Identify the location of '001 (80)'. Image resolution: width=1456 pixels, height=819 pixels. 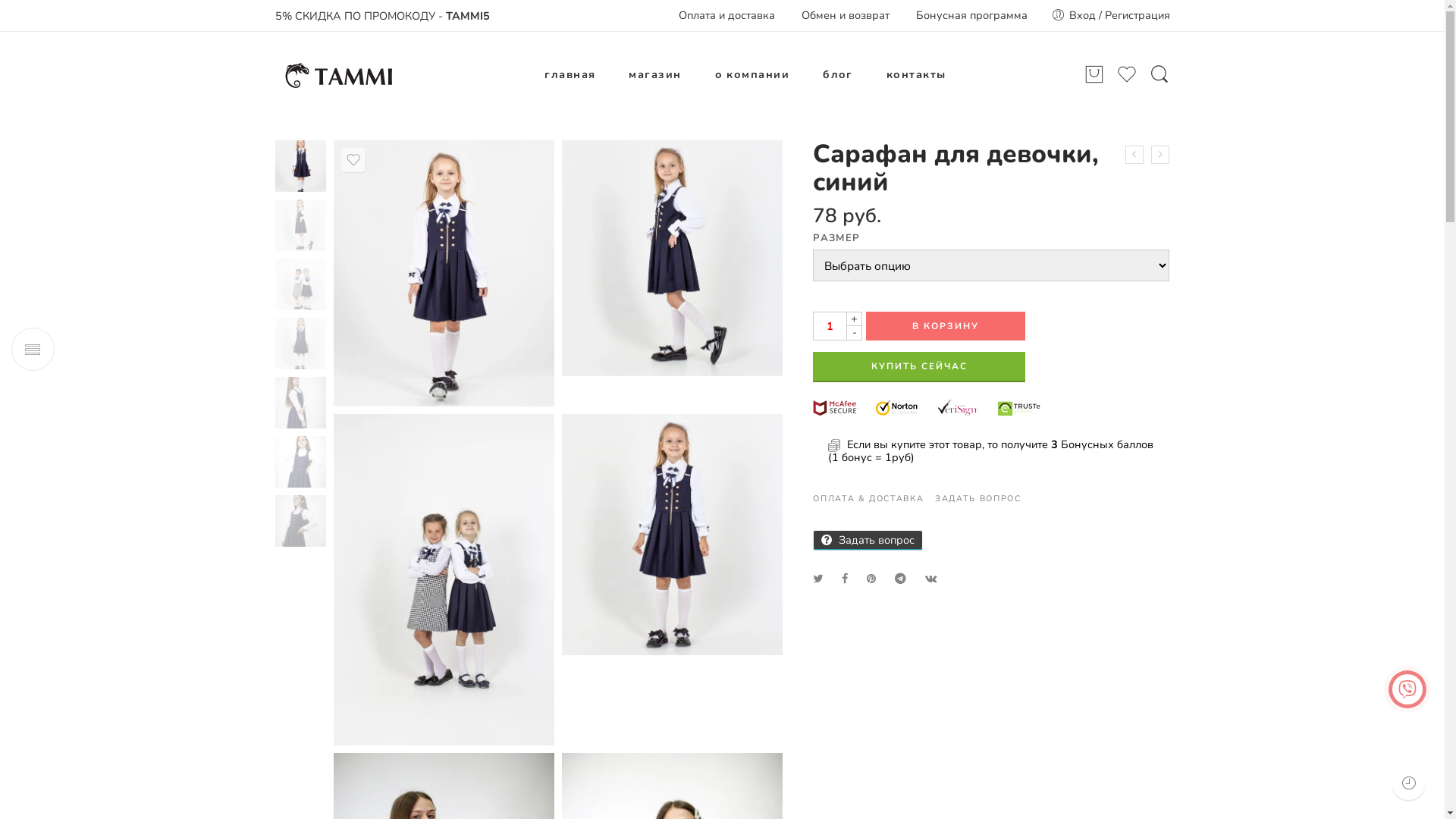
(300, 165).